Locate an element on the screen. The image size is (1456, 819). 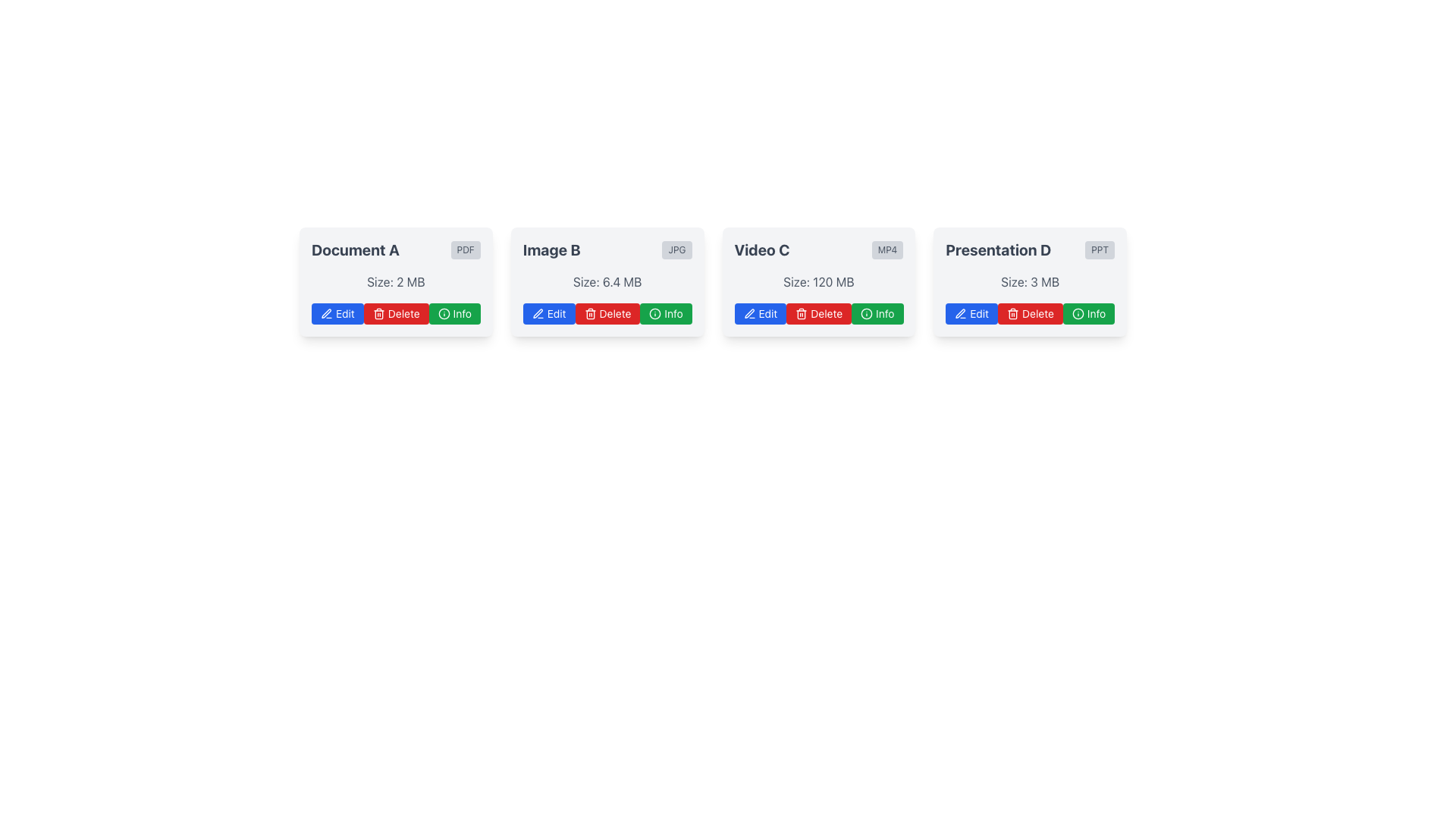
the first button in the horizontal layout of buttons within the 'Presentation D' card is located at coordinates (971, 312).